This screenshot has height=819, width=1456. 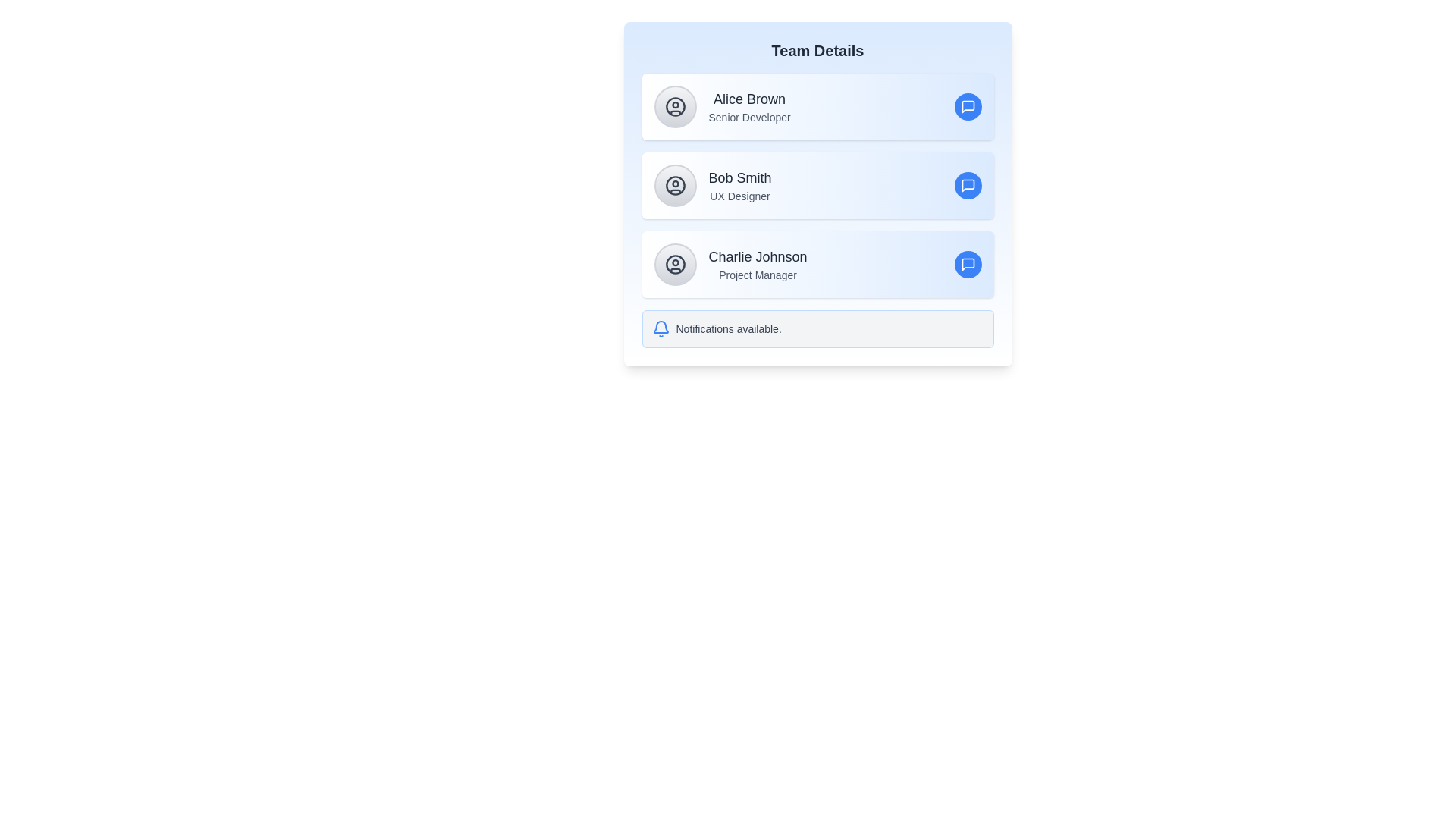 I want to click on the text label reading 'Project Manager' which is styled in a smaller font size and lighter gray color, located beneath the bold 'Charlie Johnson' text in the third card component, so click(x=758, y=275).